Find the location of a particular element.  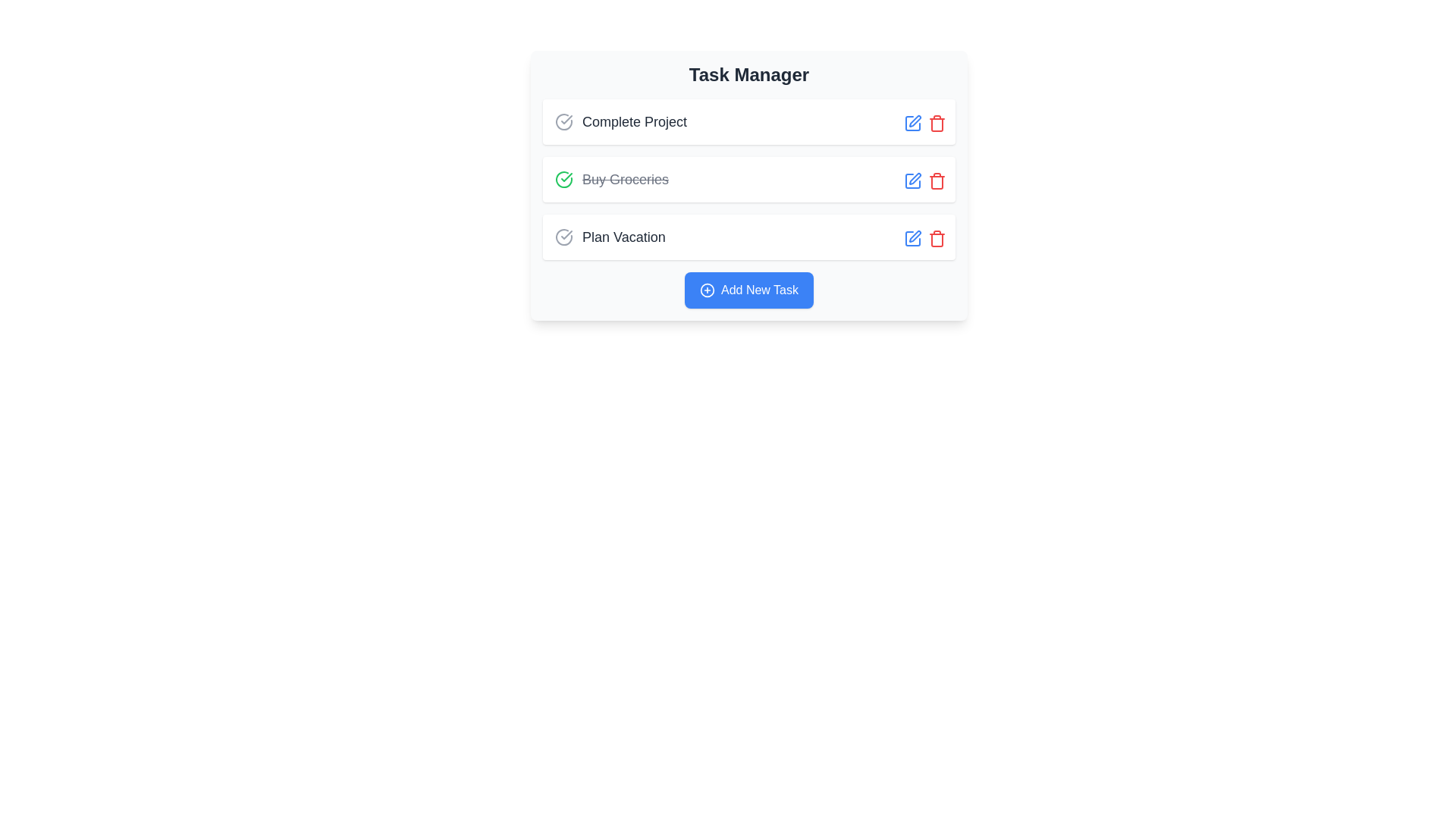

the first list item in the task list titled 'Complete Project' is located at coordinates (621, 121).